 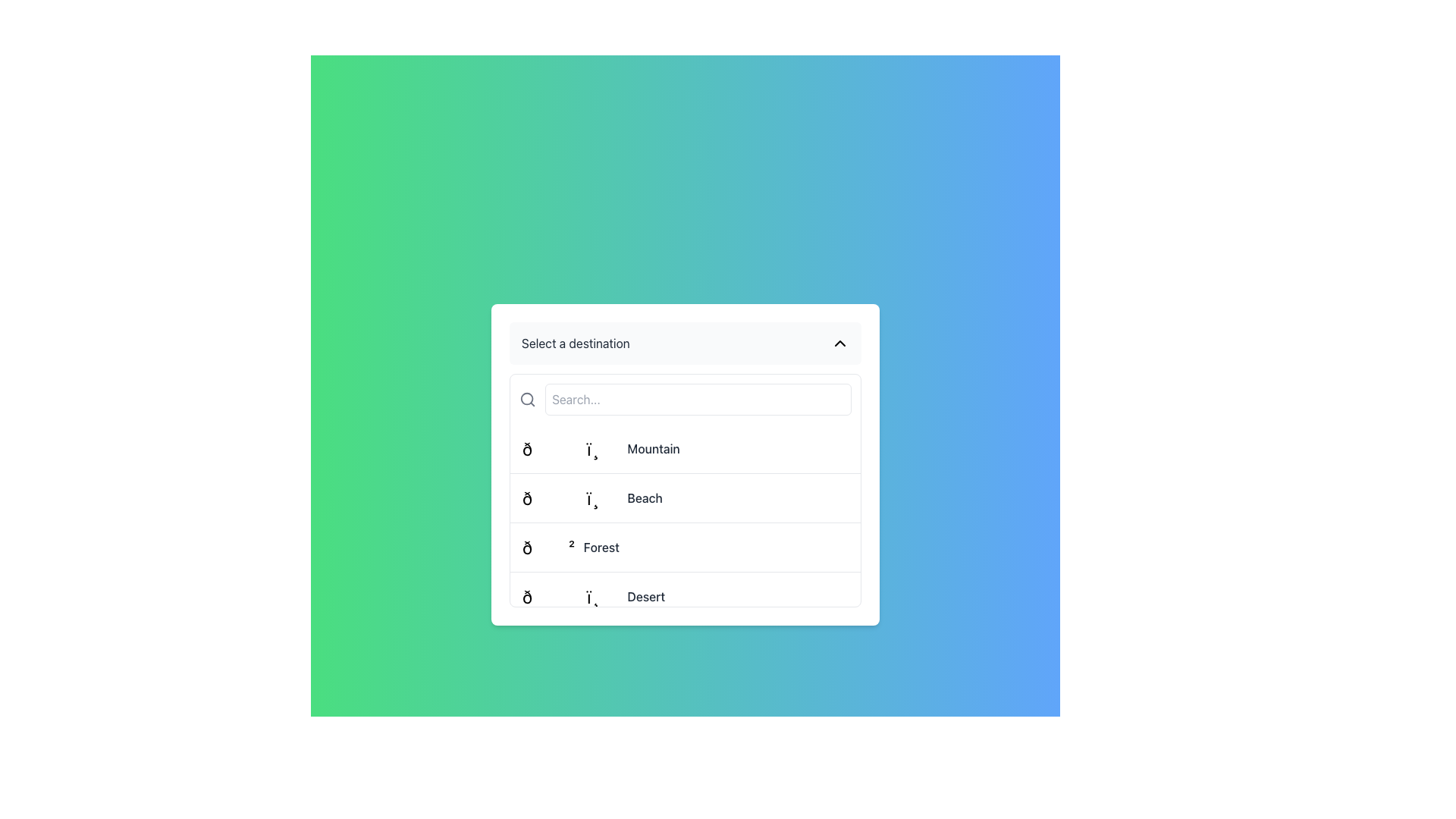 I want to click on the medium-sized emoji-like symbol representing the 'Beach' destination, which is the first item on the left in the list, so click(x=570, y=497).